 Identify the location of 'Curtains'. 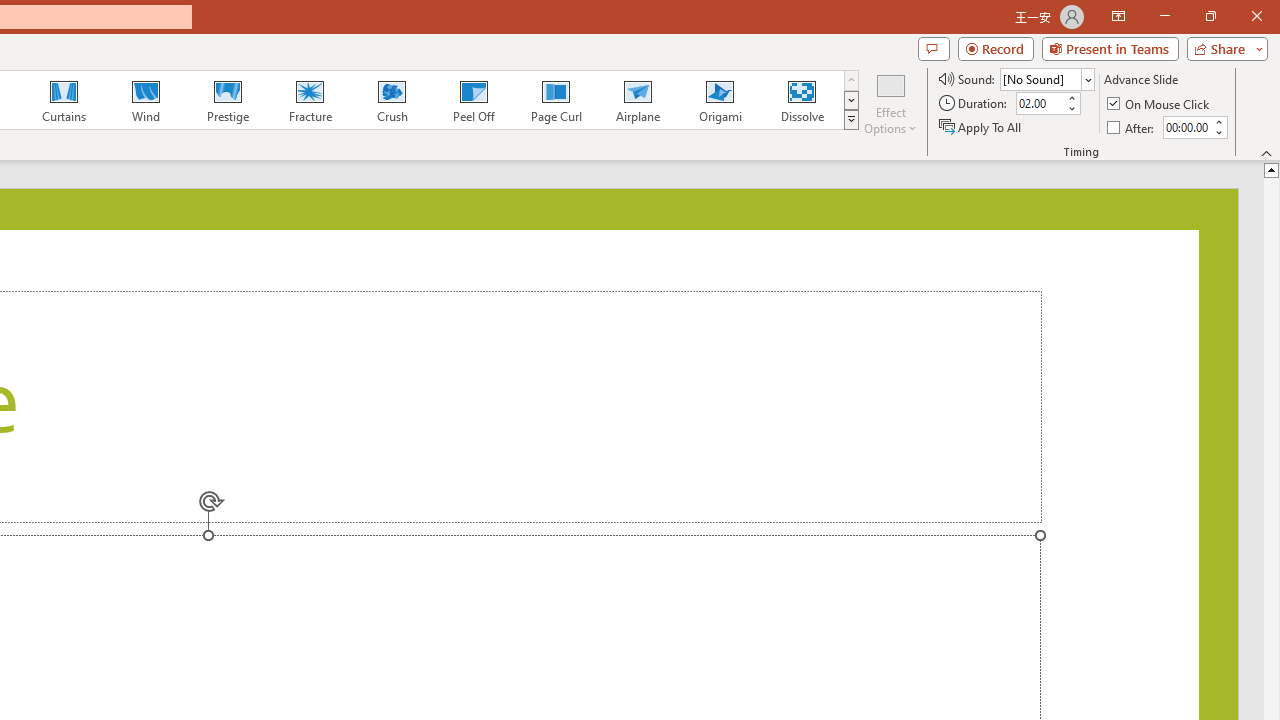
(64, 100).